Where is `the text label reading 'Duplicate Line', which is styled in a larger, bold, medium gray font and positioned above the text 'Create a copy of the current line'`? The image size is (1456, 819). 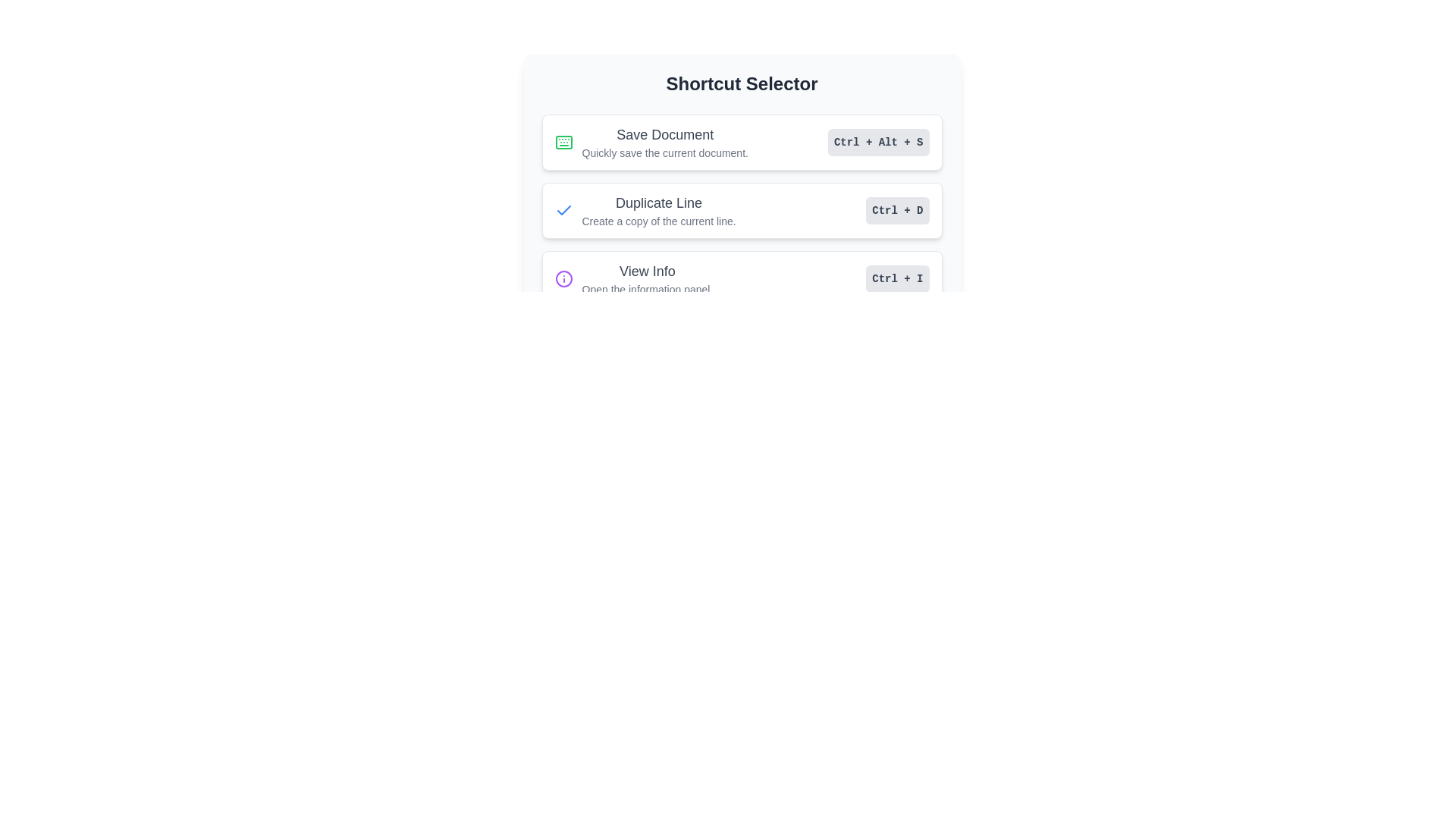
the text label reading 'Duplicate Line', which is styled in a larger, bold, medium gray font and positioned above the text 'Create a copy of the current line' is located at coordinates (658, 202).